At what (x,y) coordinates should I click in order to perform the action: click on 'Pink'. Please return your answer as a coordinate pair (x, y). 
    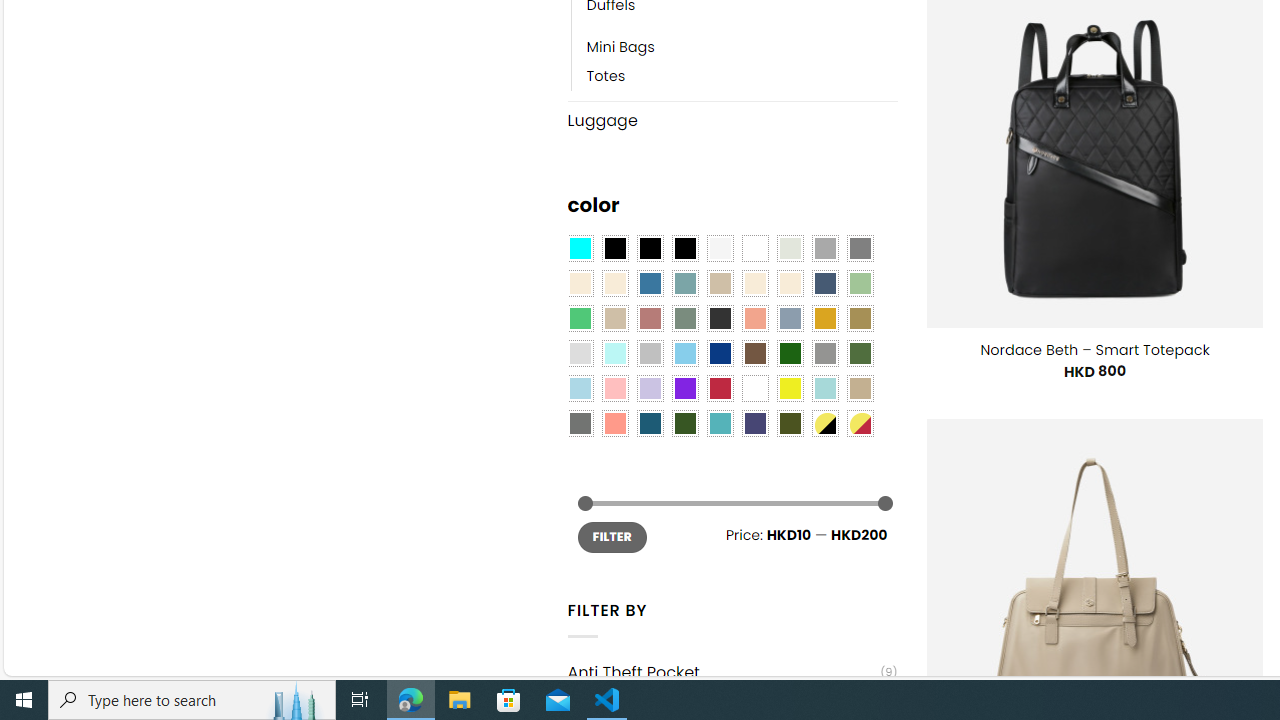
    Looking at the image, I should click on (614, 388).